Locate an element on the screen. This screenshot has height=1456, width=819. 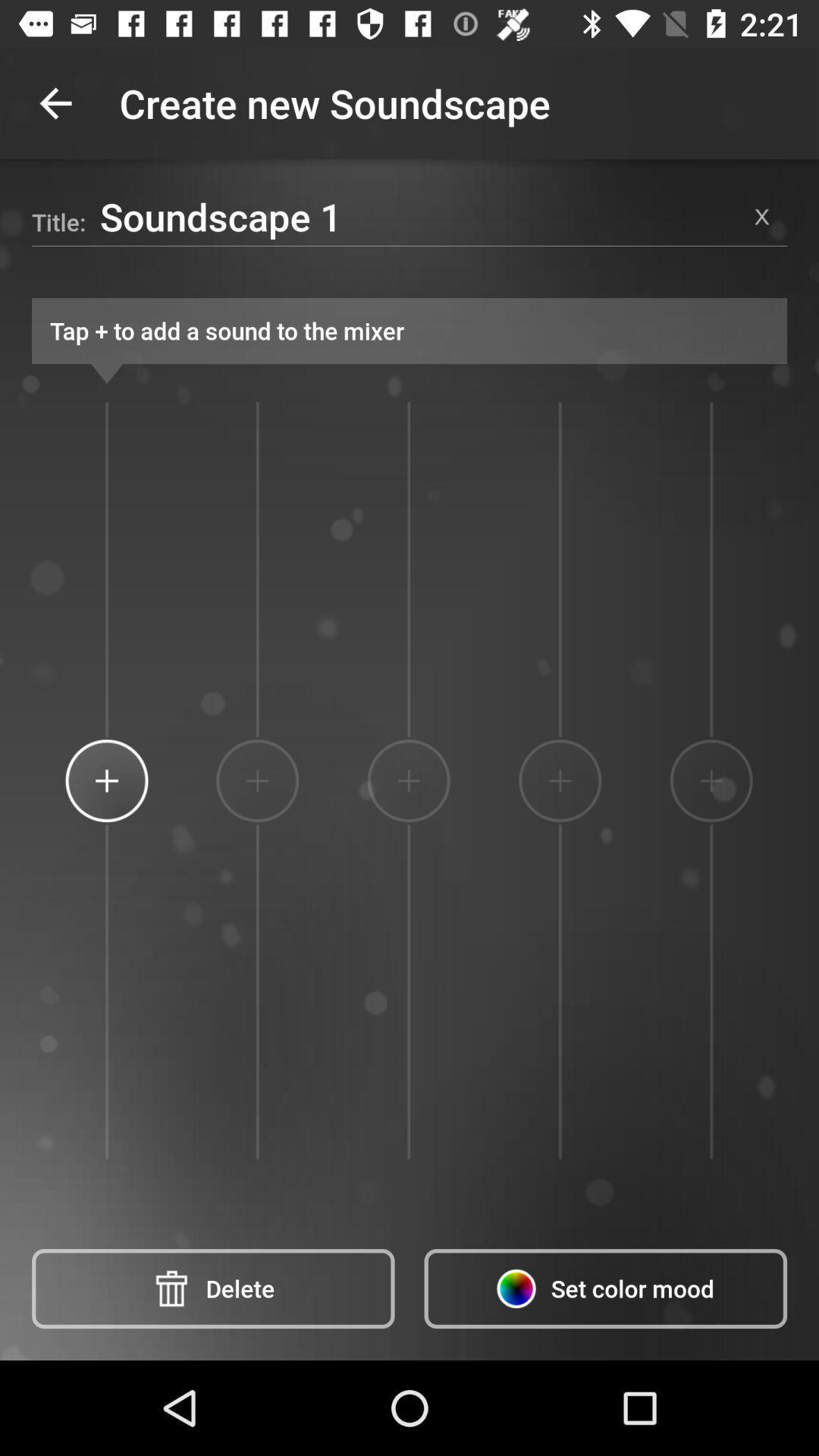
app to the left of the create new soundscape app is located at coordinates (55, 102).